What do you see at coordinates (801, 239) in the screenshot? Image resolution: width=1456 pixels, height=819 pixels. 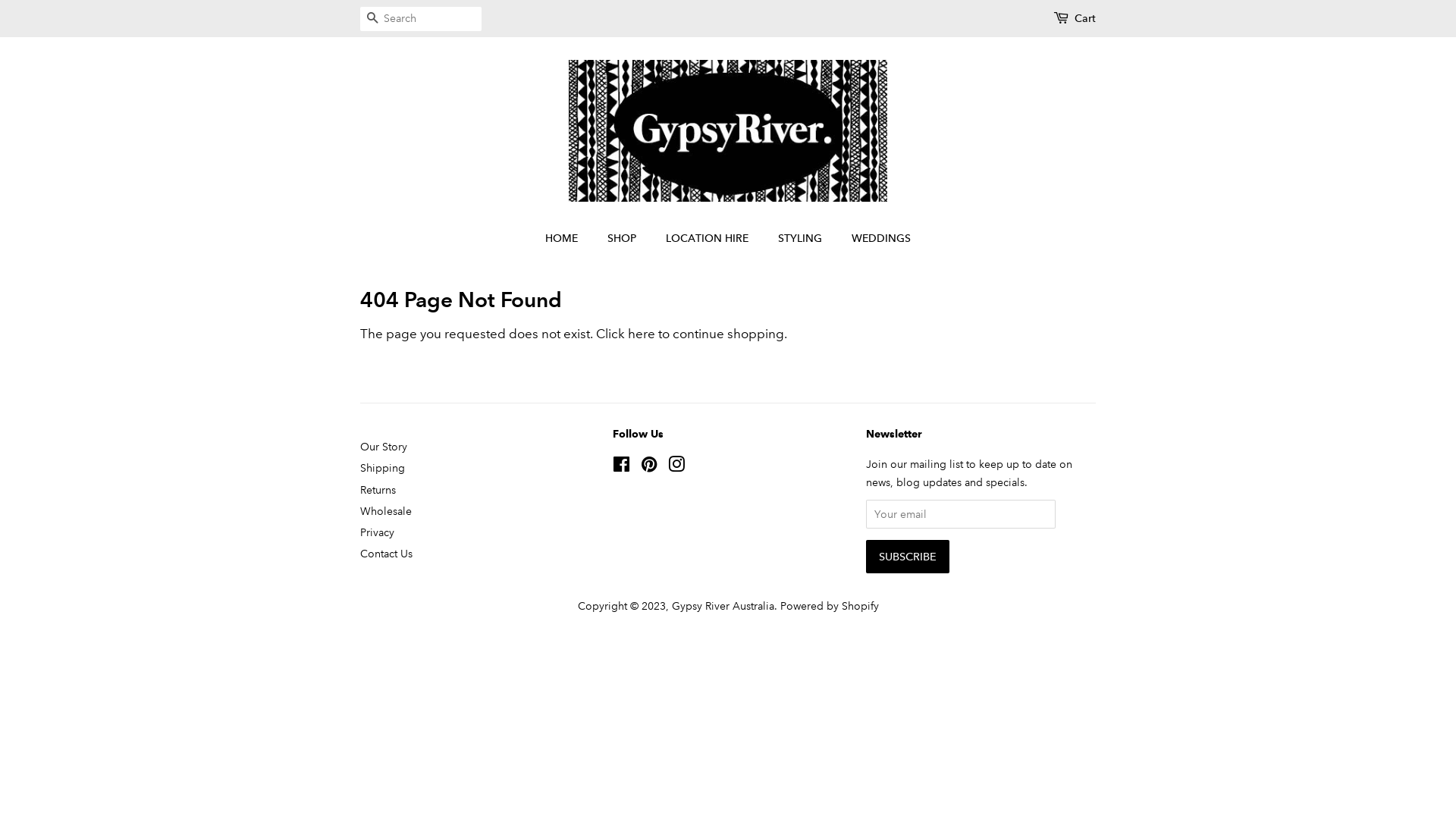 I see `'STYLING'` at bounding box center [801, 239].